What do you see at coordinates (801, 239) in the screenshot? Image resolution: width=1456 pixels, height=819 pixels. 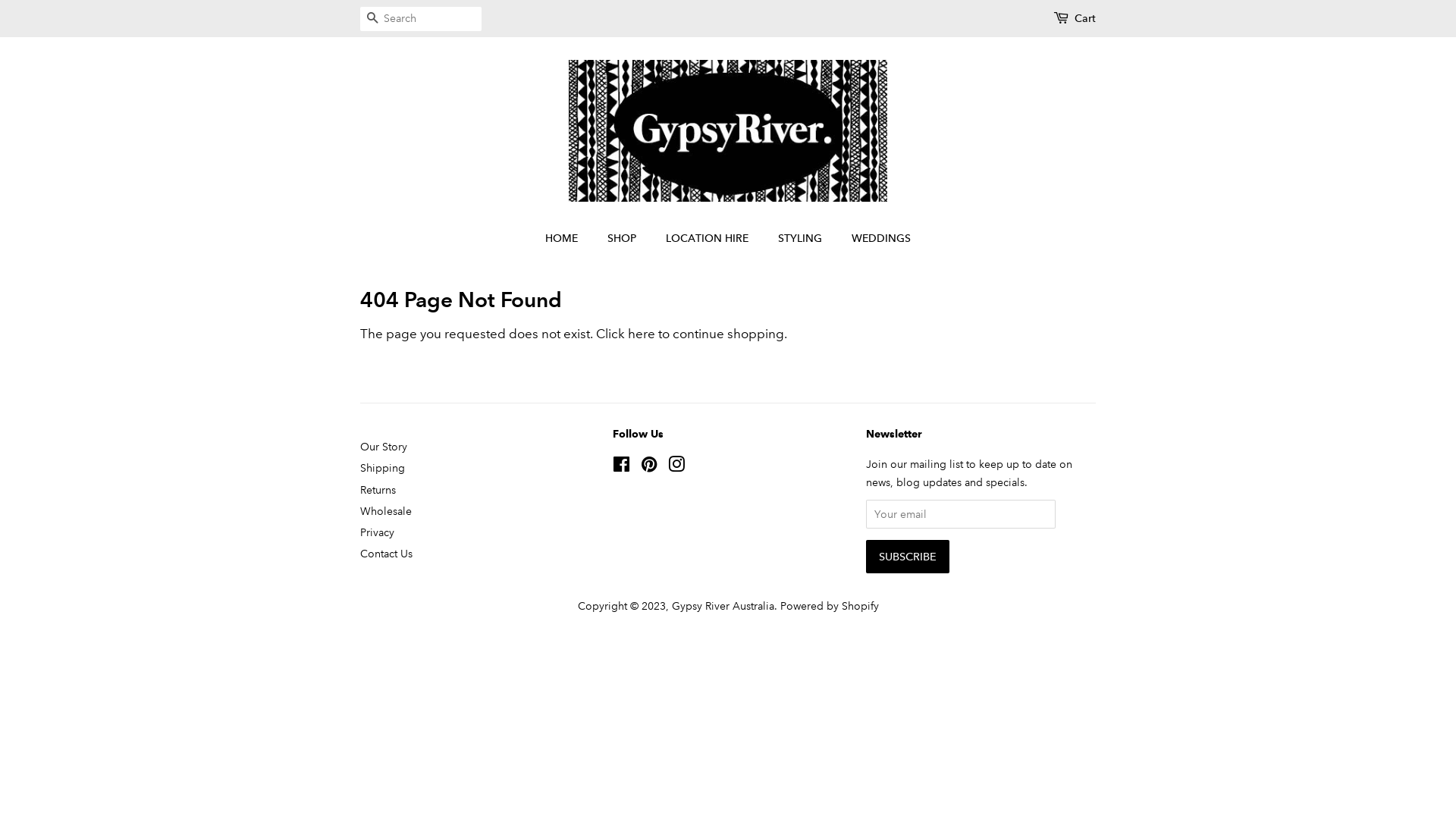 I see `'STYLING'` at bounding box center [801, 239].